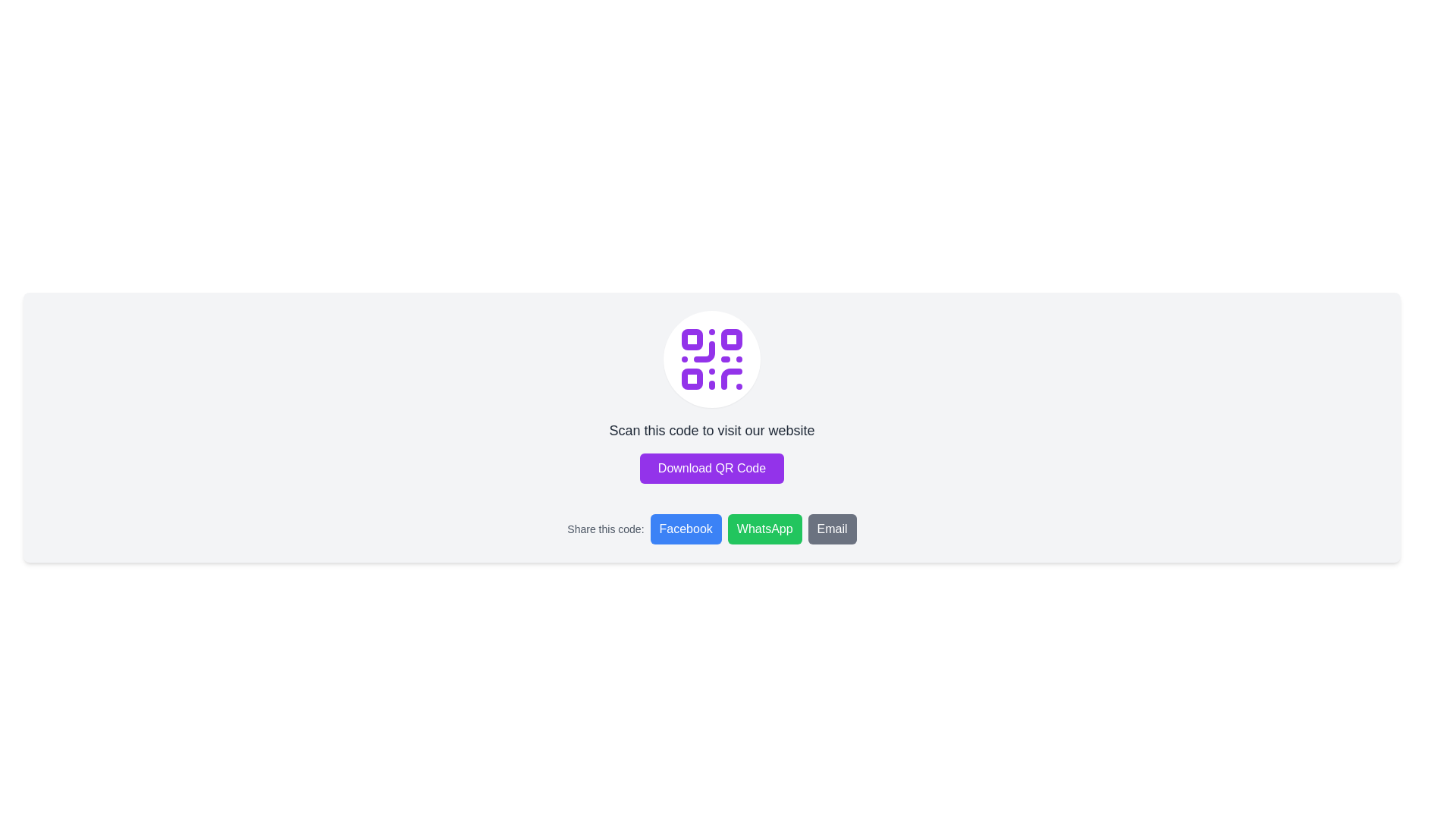 Image resolution: width=1456 pixels, height=819 pixels. Describe the element at coordinates (691, 378) in the screenshot. I see `the graphical element that contributes to forming the QR code representation, located in the bottom-left section of the code's matrix` at that location.